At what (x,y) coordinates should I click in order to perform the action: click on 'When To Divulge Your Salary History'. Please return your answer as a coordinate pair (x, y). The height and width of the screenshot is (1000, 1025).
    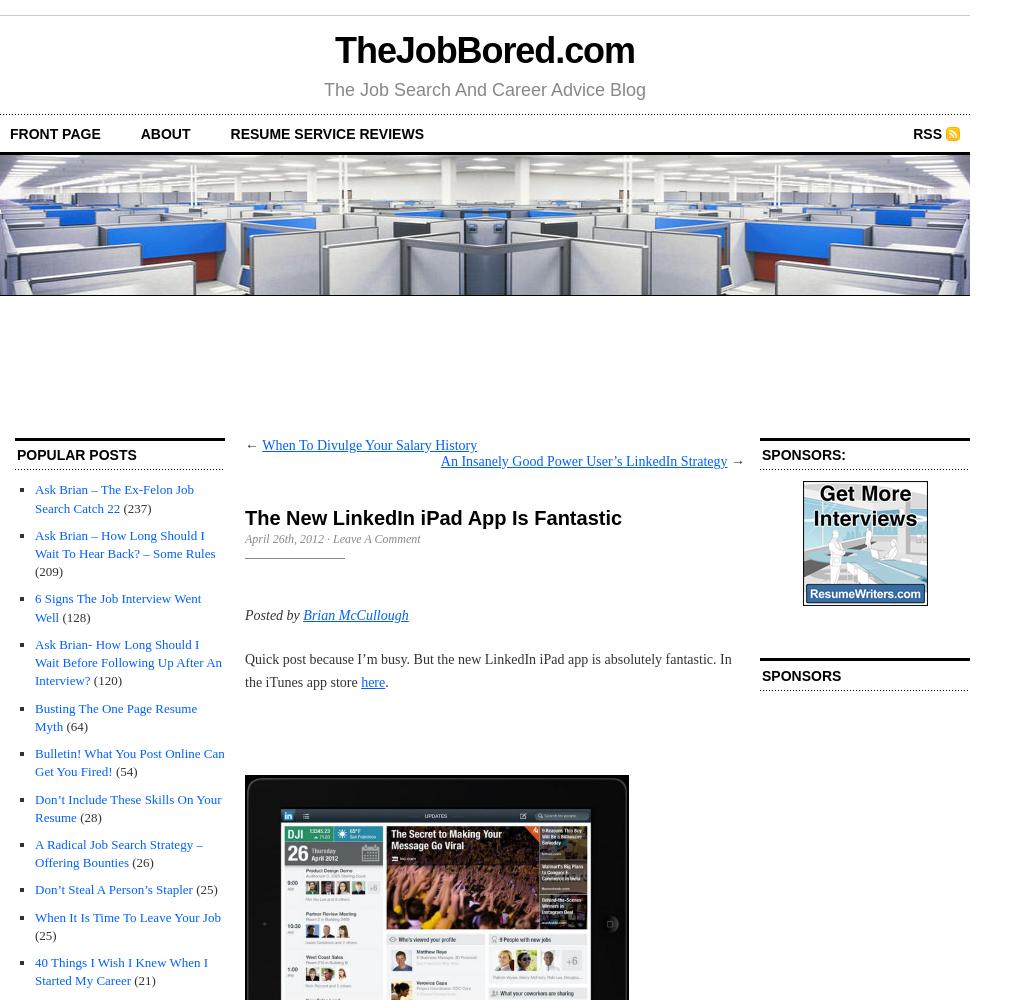
    Looking at the image, I should click on (368, 443).